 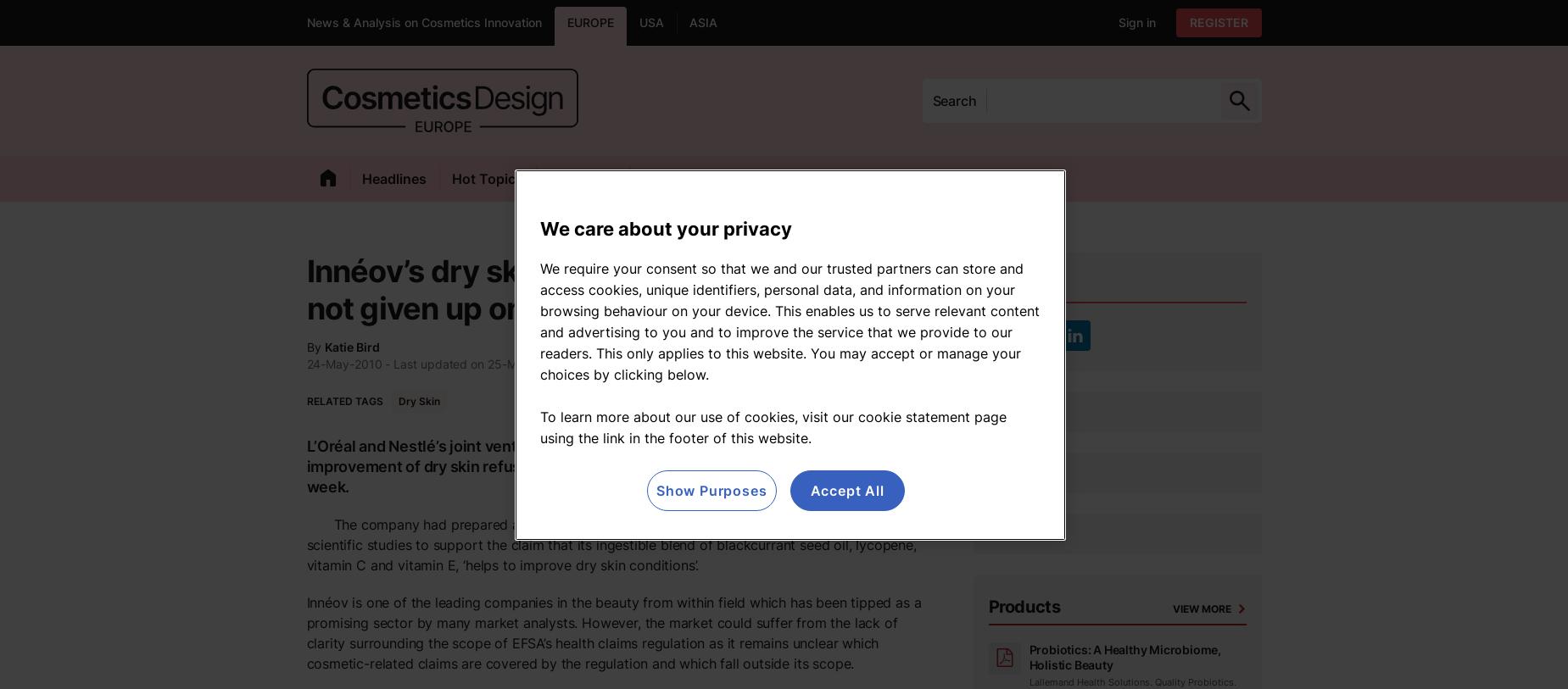 What do you see at coordinates (323, 347) in the screenshot?
I see `'Katie Bird'` at bounding box center [323, 347].